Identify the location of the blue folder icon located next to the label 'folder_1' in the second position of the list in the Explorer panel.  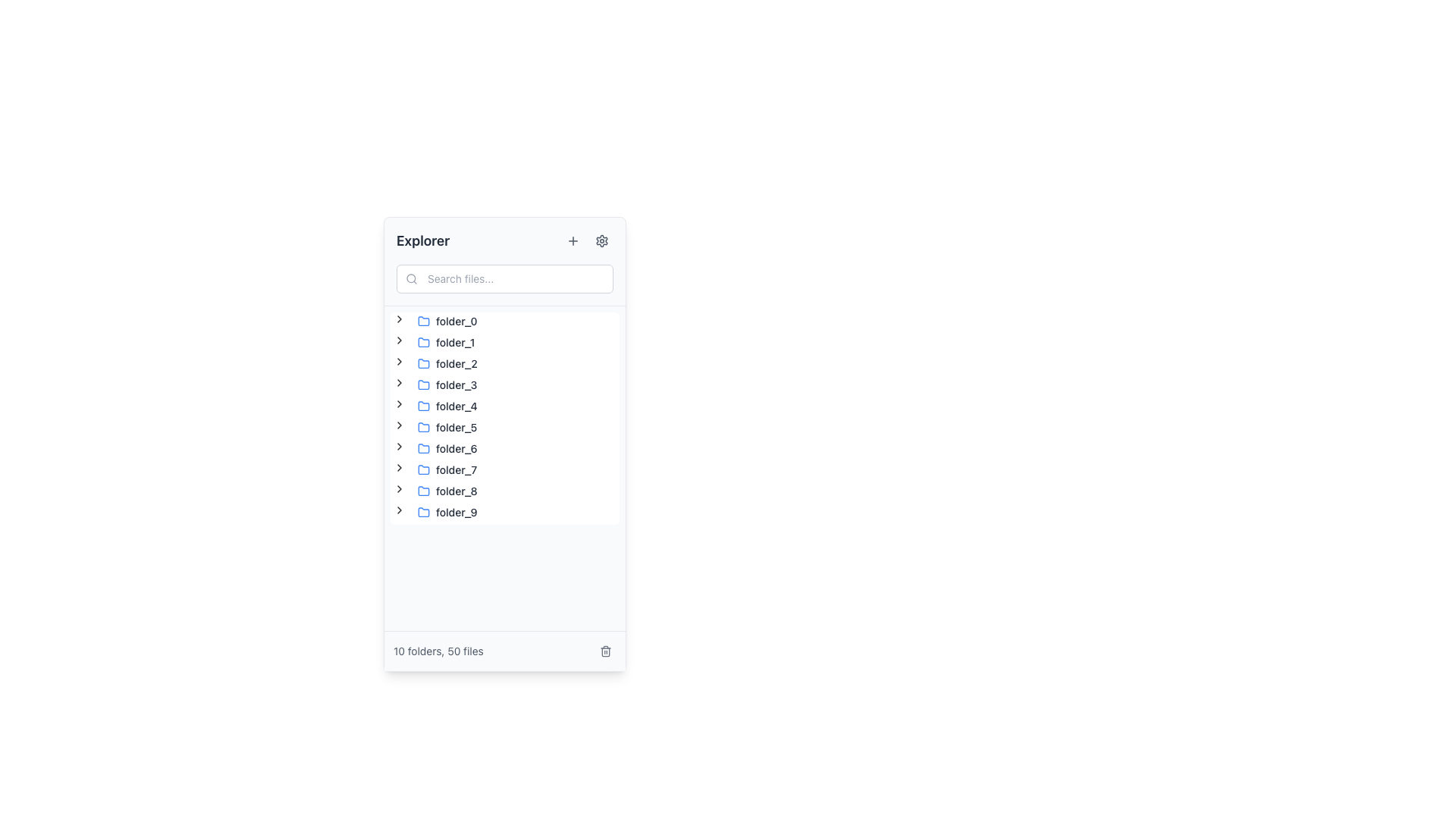
(423, 342).